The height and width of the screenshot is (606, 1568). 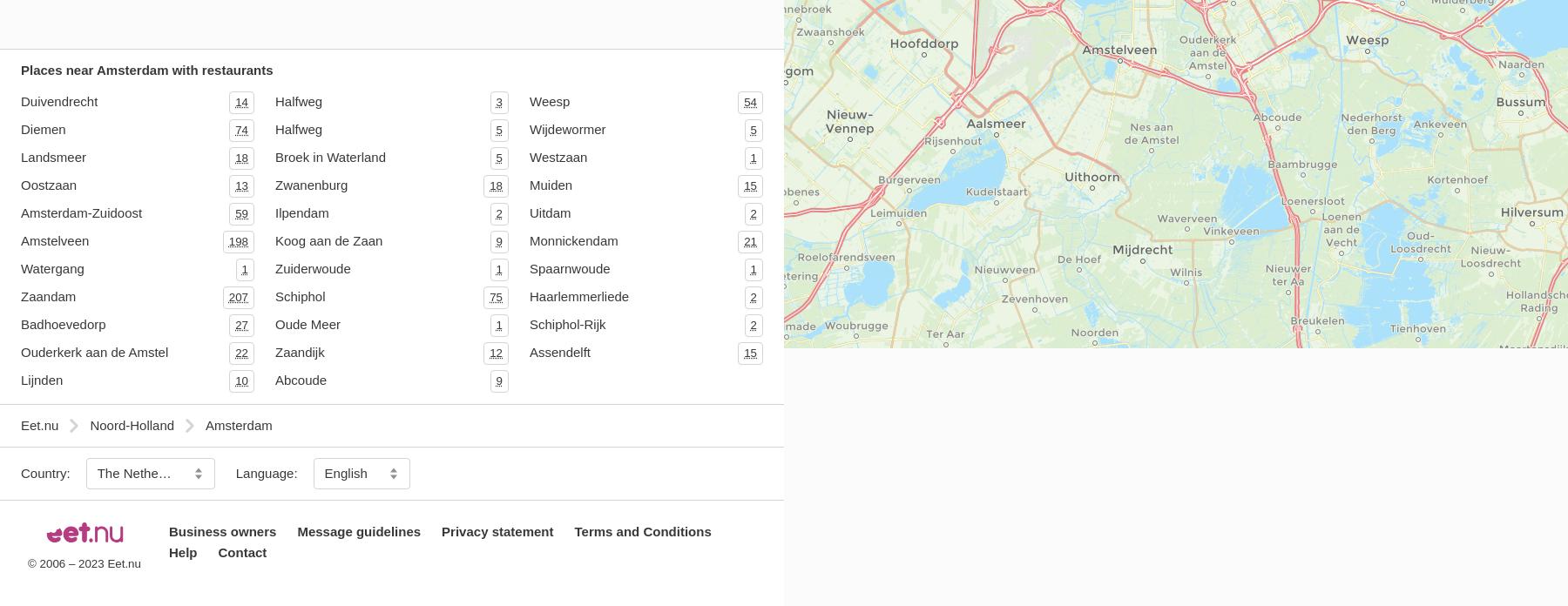 What do you see at coordinates (299, 351) in the screenshot?
I see `'Zaandijk'` at bounding box center [299, 351].